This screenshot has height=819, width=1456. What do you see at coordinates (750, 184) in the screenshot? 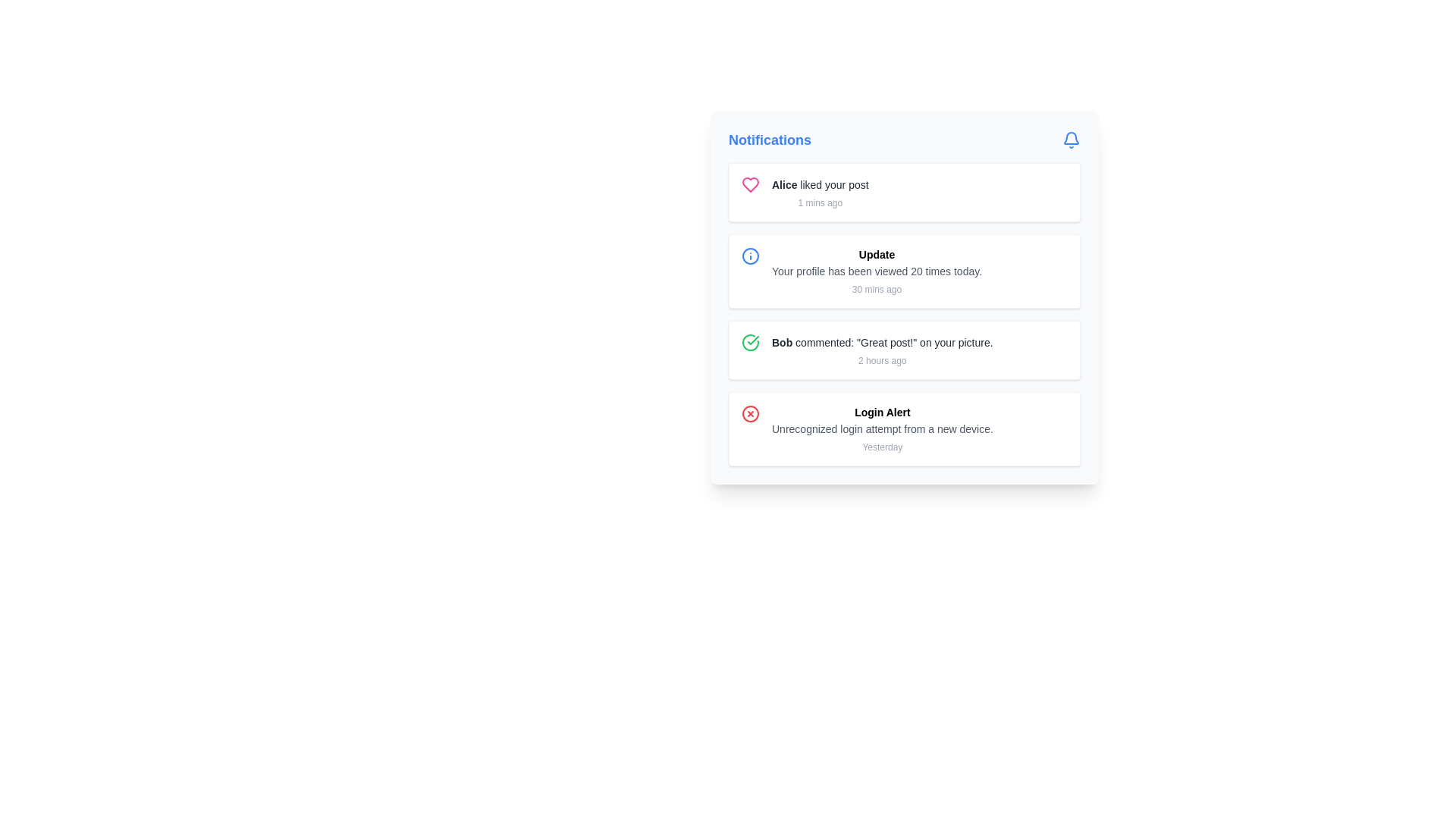
I see `the heart outline icon styled with a pink stroke, which is located within the notification card displaying 'Alice liked your post'` at bounding box center [750, 184].